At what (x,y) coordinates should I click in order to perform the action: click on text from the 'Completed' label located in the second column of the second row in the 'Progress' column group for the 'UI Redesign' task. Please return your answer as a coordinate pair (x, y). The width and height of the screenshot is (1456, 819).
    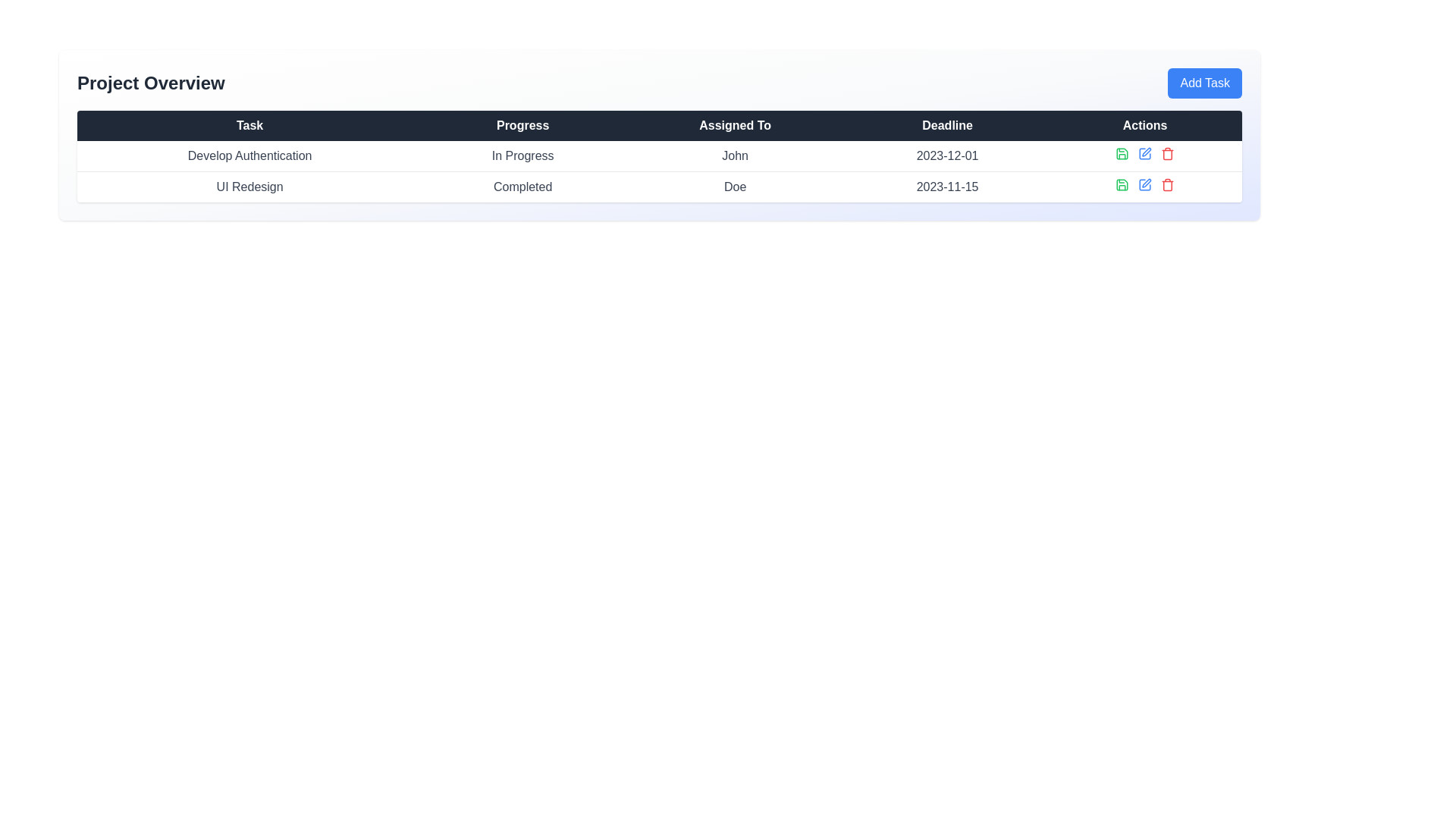
    Looking at the image, I should click on (522, 186).